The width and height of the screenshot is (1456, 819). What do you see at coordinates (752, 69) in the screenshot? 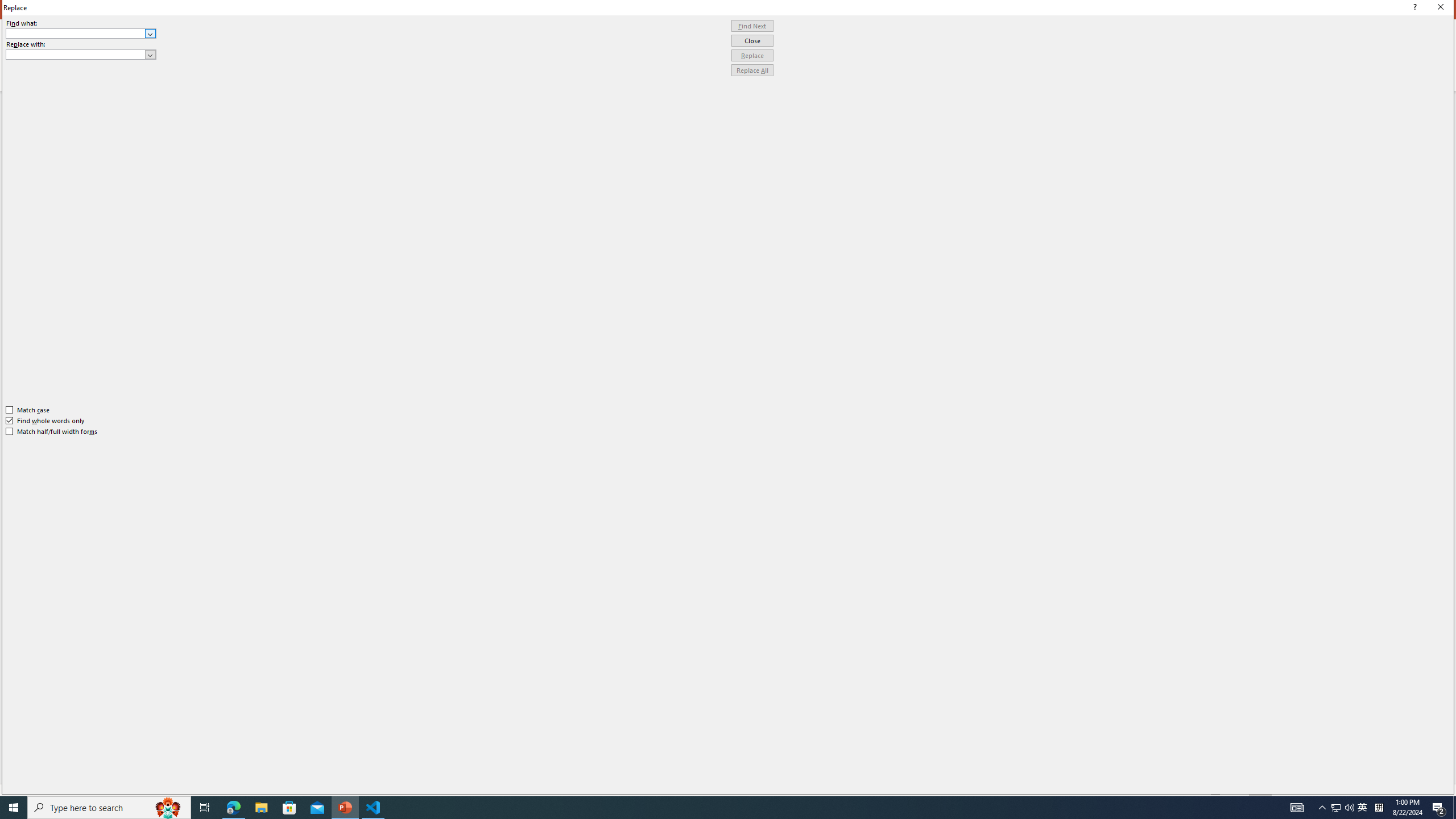
I see `'Replace All'` at bounding box center [752, 69].